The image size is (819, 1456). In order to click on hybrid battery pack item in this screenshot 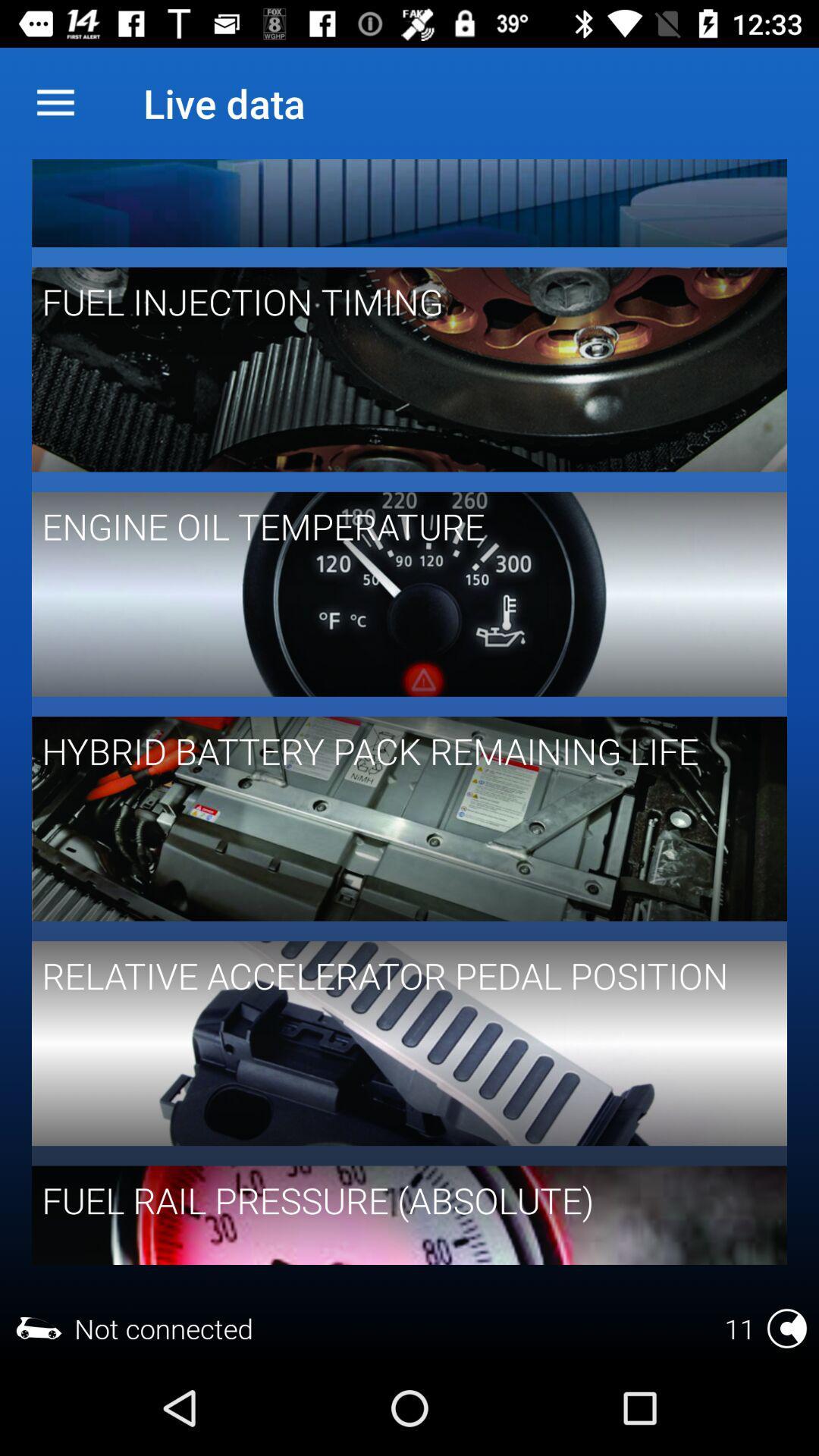, I will do `click(398, 751)`.